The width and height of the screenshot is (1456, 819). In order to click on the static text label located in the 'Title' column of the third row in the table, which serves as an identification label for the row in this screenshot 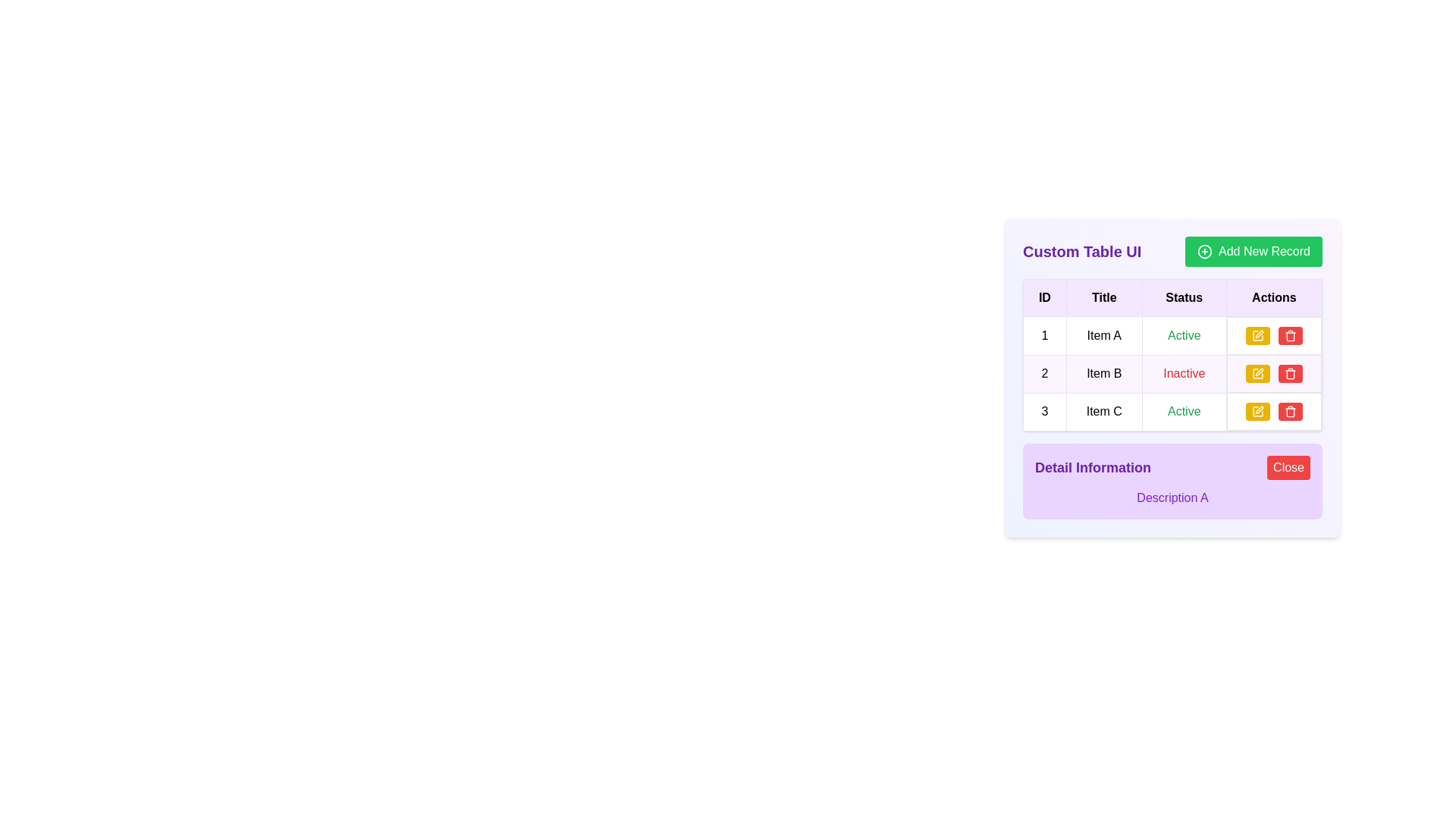, I will do `click(1104, 412)`.